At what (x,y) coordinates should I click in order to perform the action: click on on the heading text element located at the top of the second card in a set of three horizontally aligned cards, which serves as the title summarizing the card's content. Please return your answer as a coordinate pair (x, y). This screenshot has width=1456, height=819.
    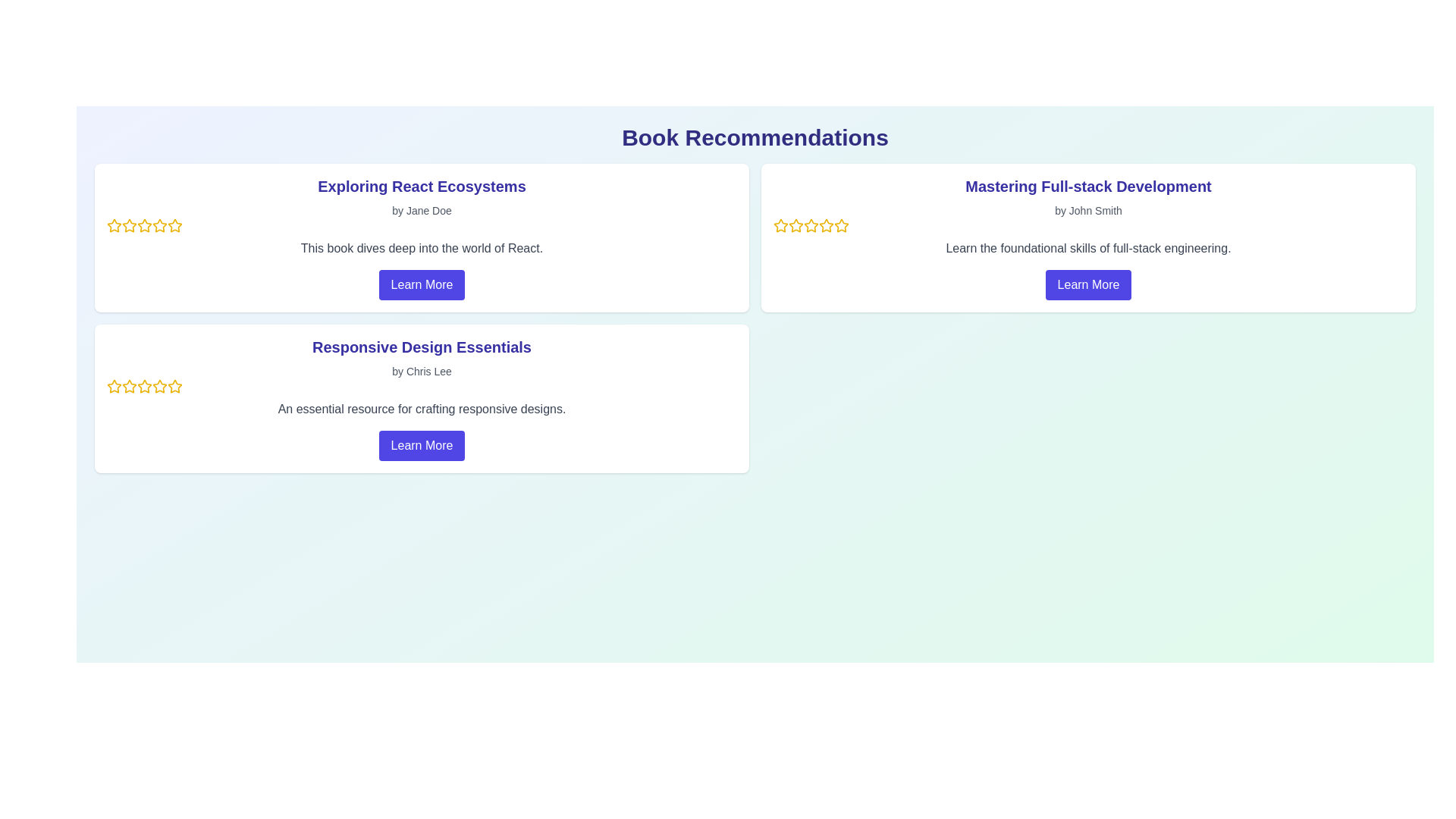
    Looking at the image, I should click on (422, 347).